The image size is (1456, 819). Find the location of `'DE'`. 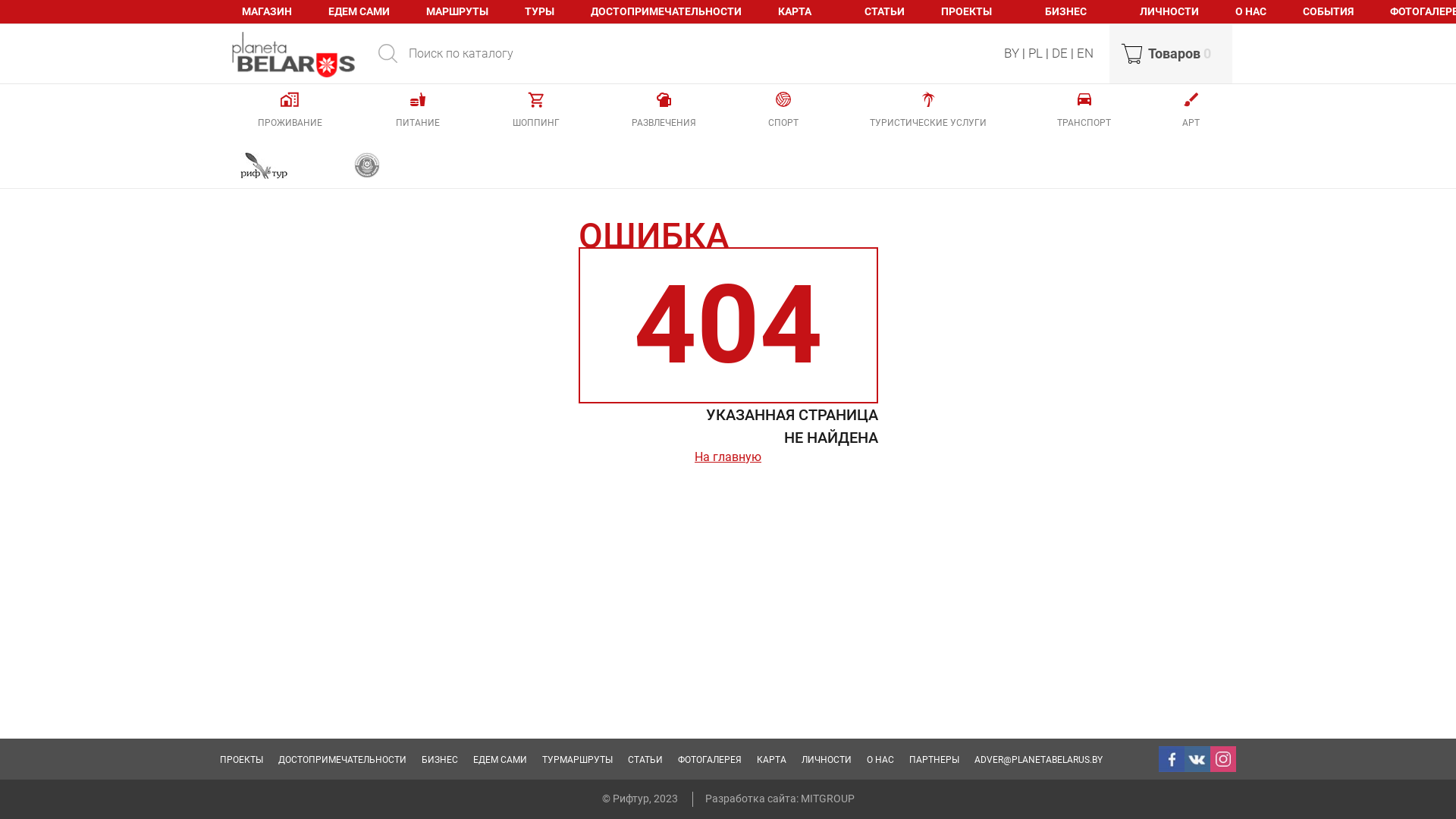

'DE' is located at coordinates (1051, 52).